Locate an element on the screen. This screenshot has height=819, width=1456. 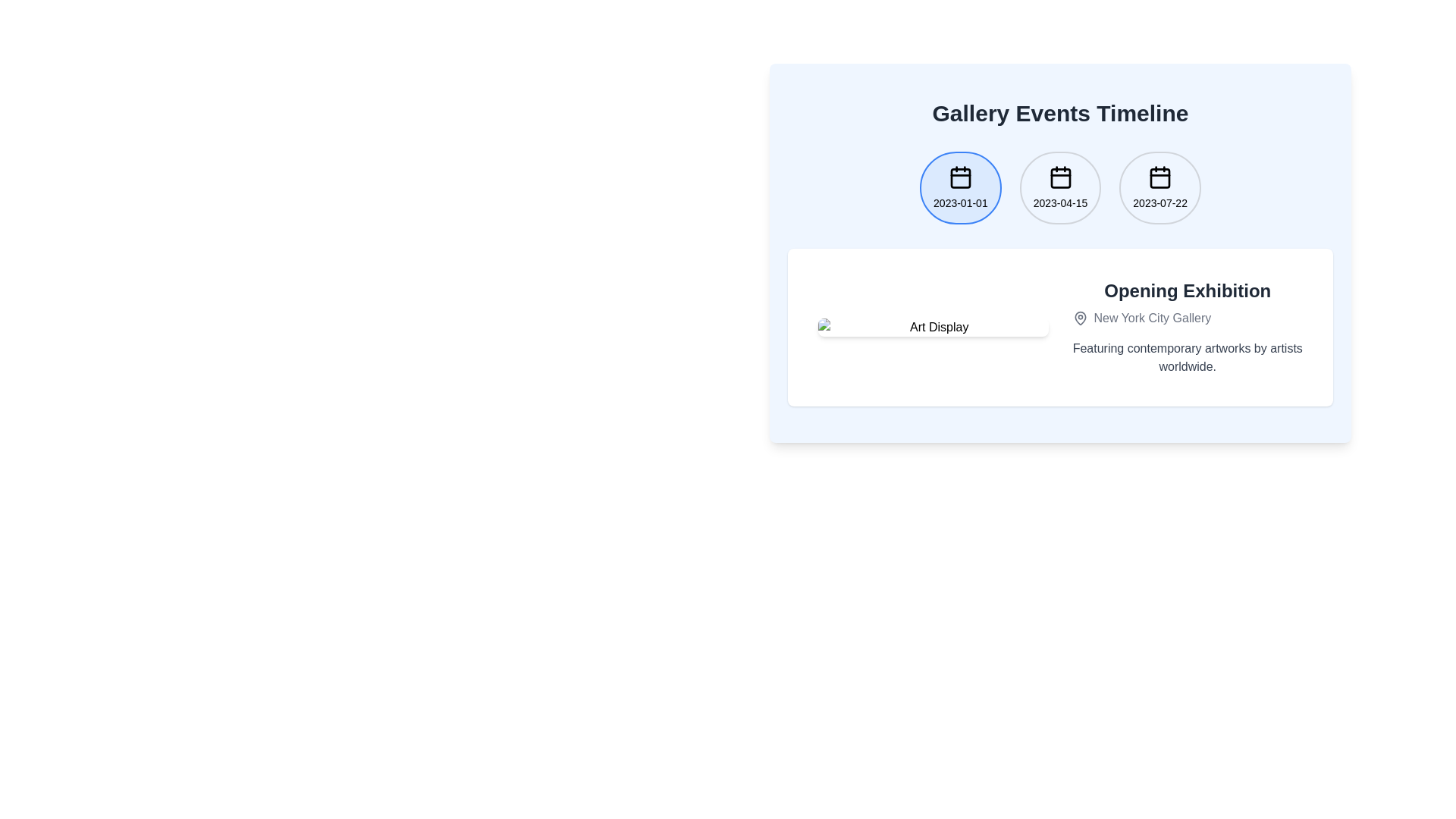
text label displaying a specific date, which is located below a calendar icon within the leftmost rounded card of a timeline interface is located at coordinates (959, 202).